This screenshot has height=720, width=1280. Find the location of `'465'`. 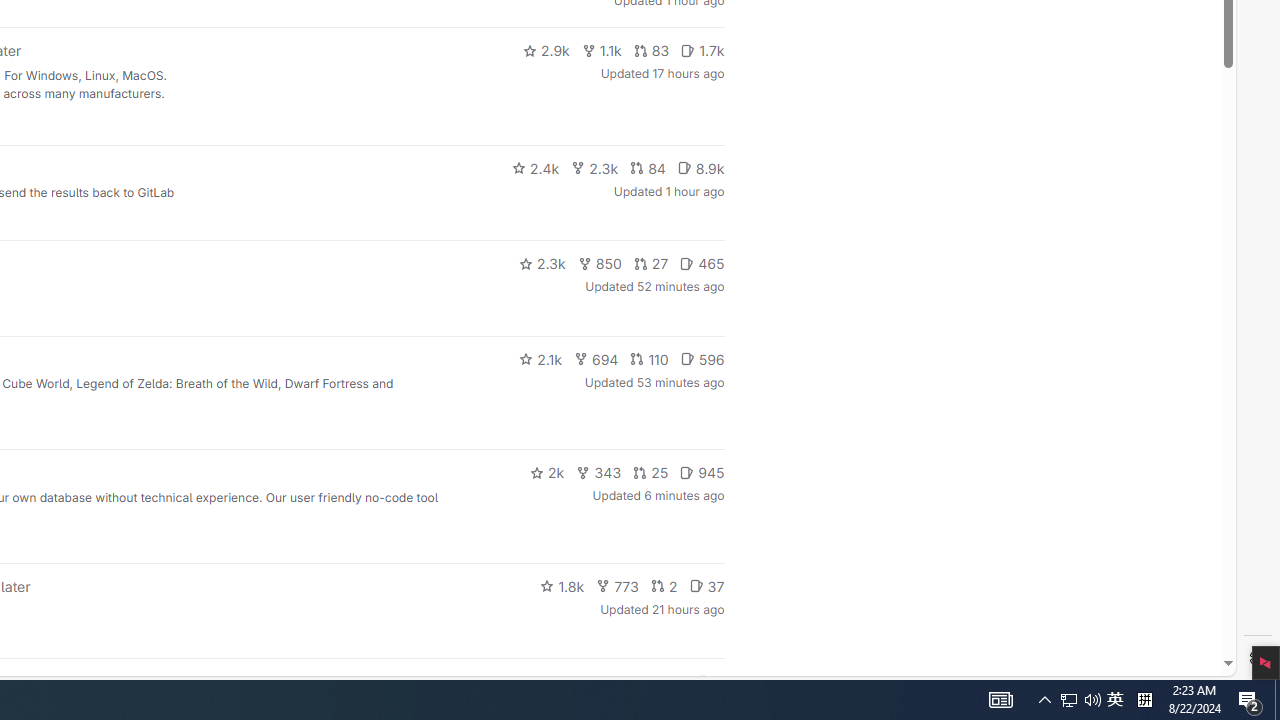

'465' is located at coordinates (702, 262).